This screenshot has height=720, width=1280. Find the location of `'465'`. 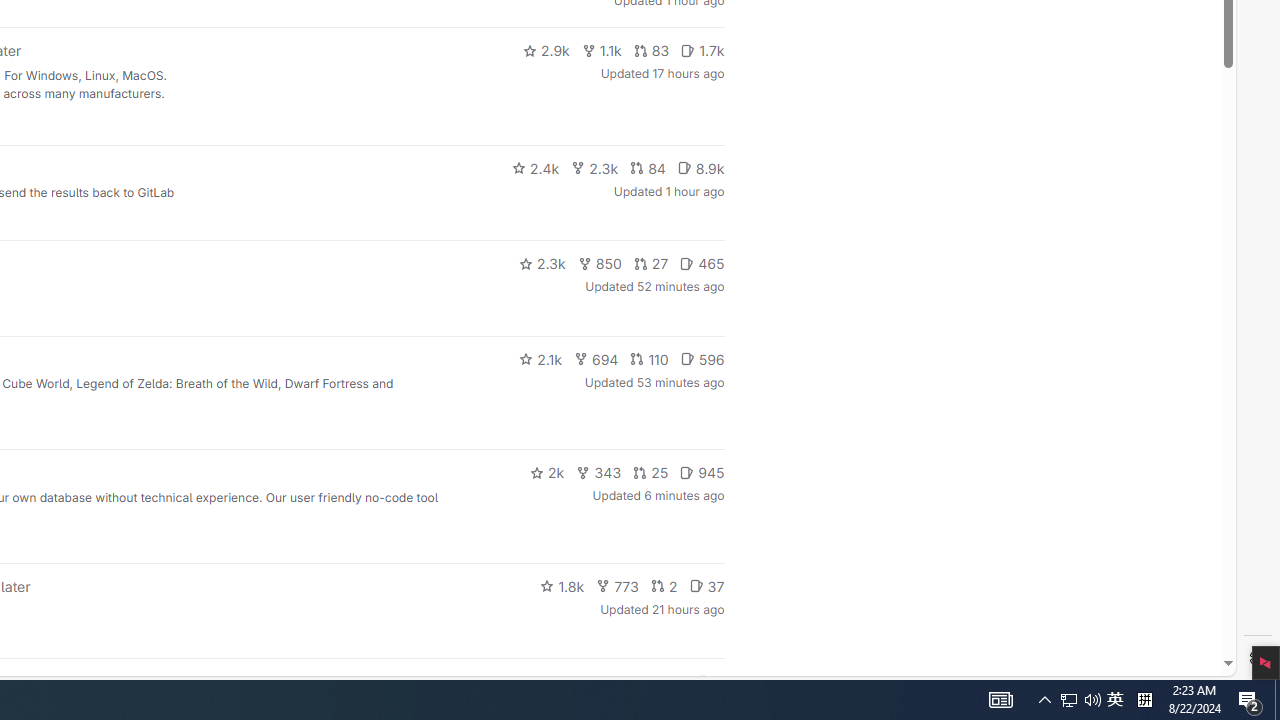

'465' is located at coordinates (702, 262).